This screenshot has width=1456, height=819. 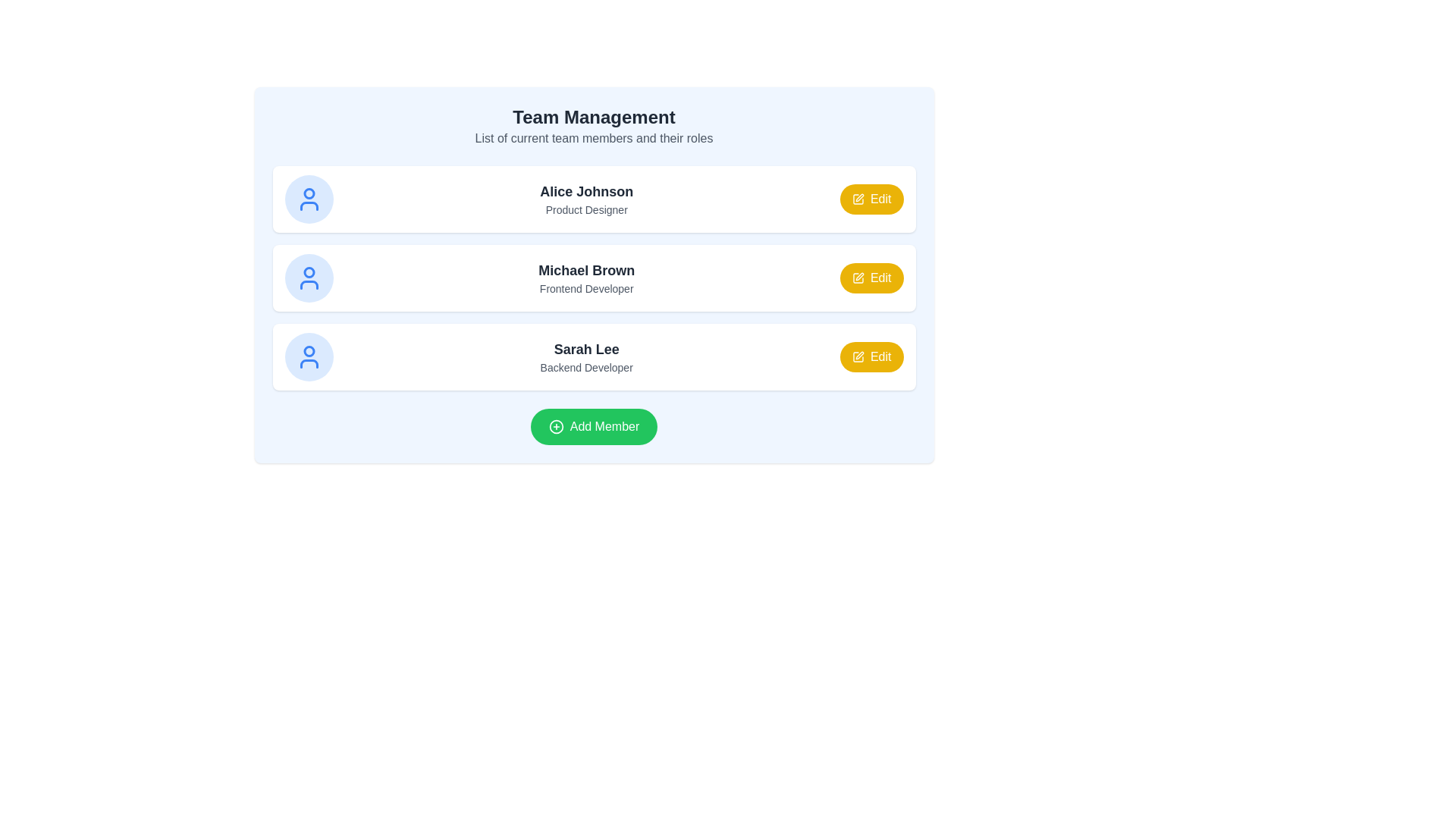 What do you see at coordinates (308, 198) in the screenshot?
I see `the circular blue icon representing Alice Johnson, a Product Designer, in the Team Management section` at bounding box center [308, 198].